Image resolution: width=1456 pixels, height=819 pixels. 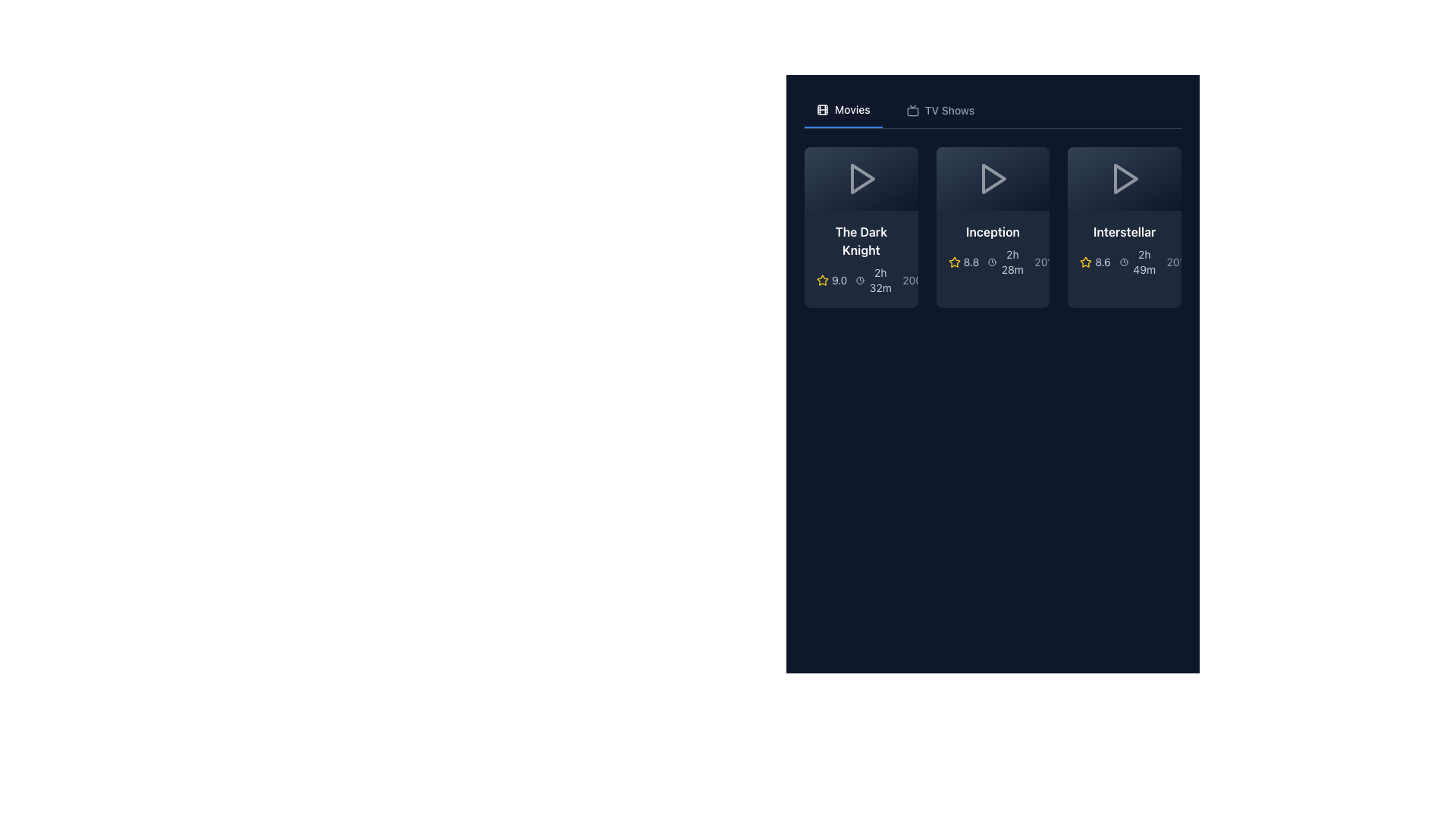 What do you see at coordinates (971, 262) in the screenshot?
I see `the text label displaying the rating for the movie 'Inception', which is located within the movie card and positioned to the right of the yellow star icon` at bounding box center [971, 262].